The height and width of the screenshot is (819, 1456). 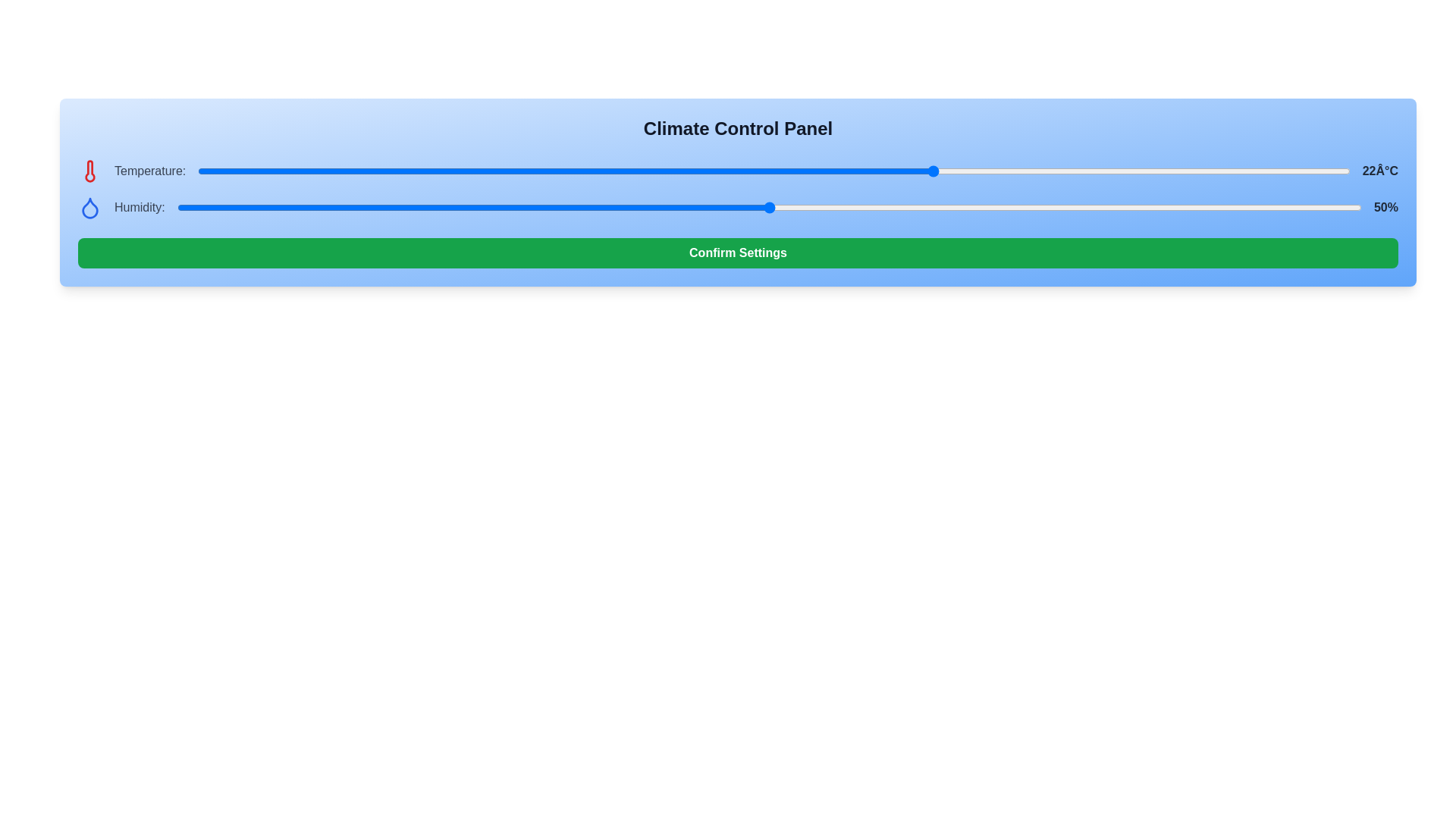 I want to click on the droplet icon to observe its details, so click(x=89, y=207).